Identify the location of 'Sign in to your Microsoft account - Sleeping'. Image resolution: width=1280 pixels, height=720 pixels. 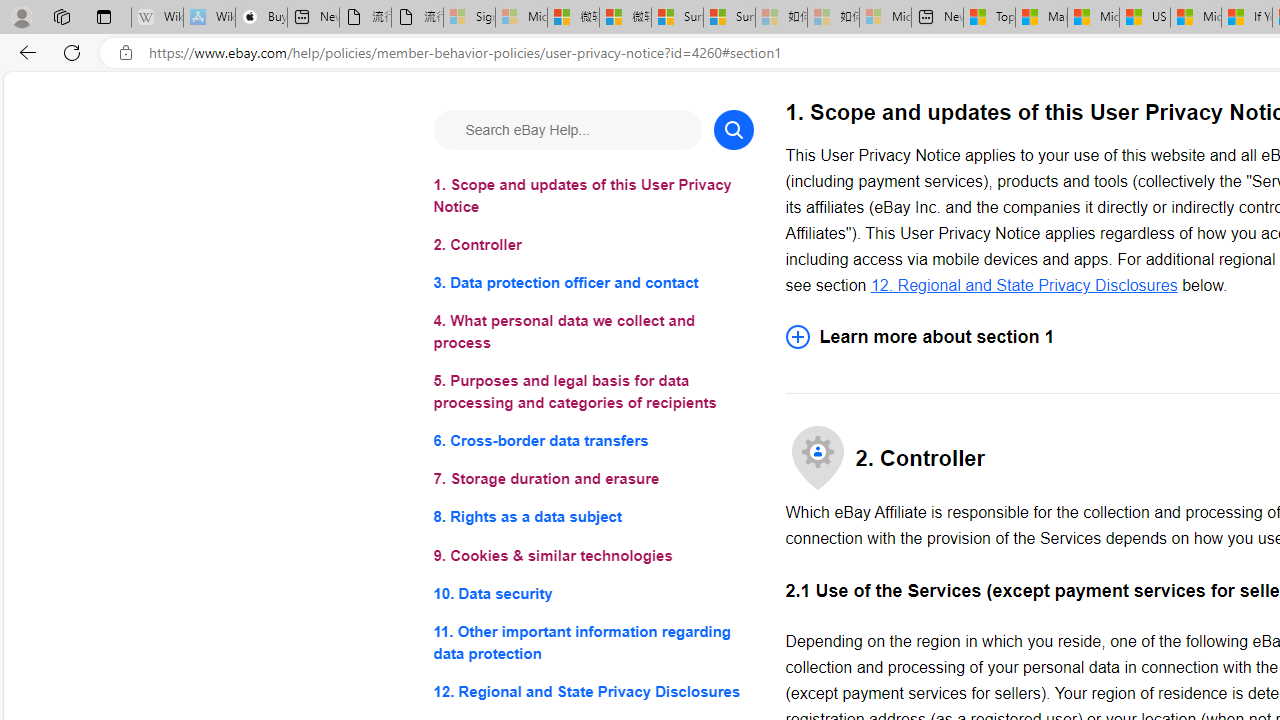
(468, 17).